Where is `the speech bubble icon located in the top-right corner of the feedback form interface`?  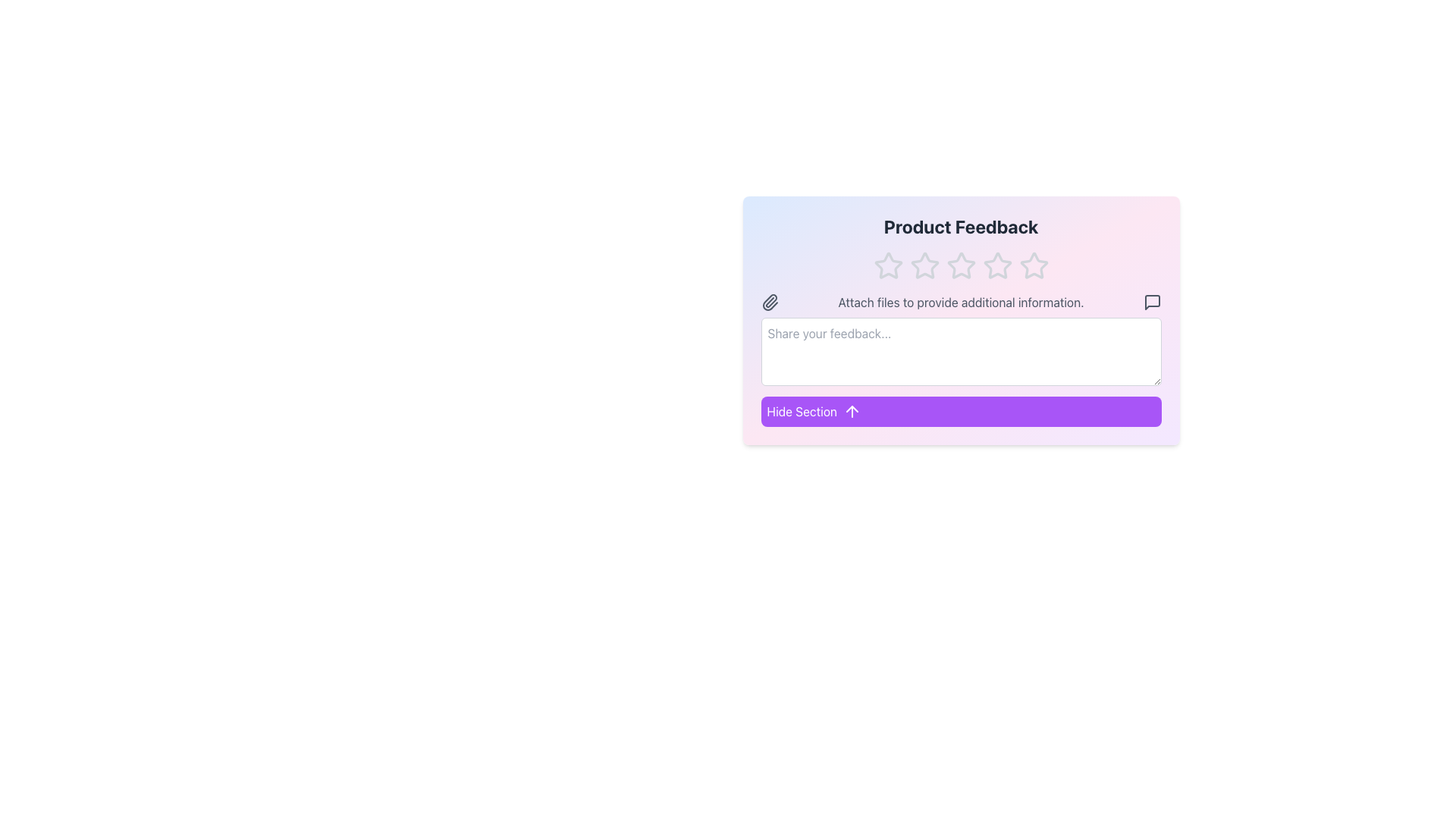
the speech bubble icon located in the top-right corner of the feedback form interface is located at coordinates (1152, 302).